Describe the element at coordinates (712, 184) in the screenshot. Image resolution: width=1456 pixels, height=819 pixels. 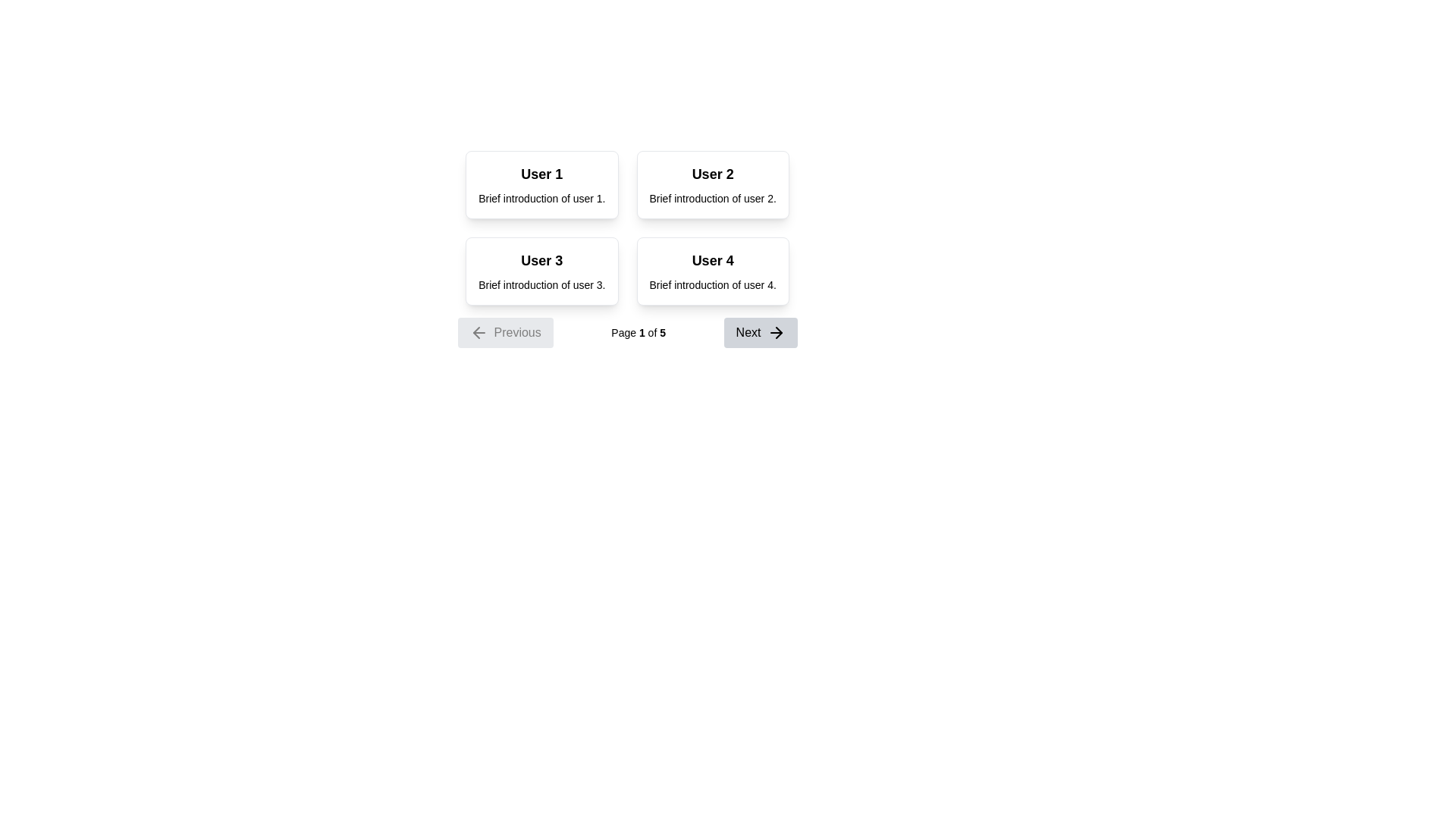
I see `the user profile summary card located in the top-right position of the grid, which displays the user's name and brief description` at that location.